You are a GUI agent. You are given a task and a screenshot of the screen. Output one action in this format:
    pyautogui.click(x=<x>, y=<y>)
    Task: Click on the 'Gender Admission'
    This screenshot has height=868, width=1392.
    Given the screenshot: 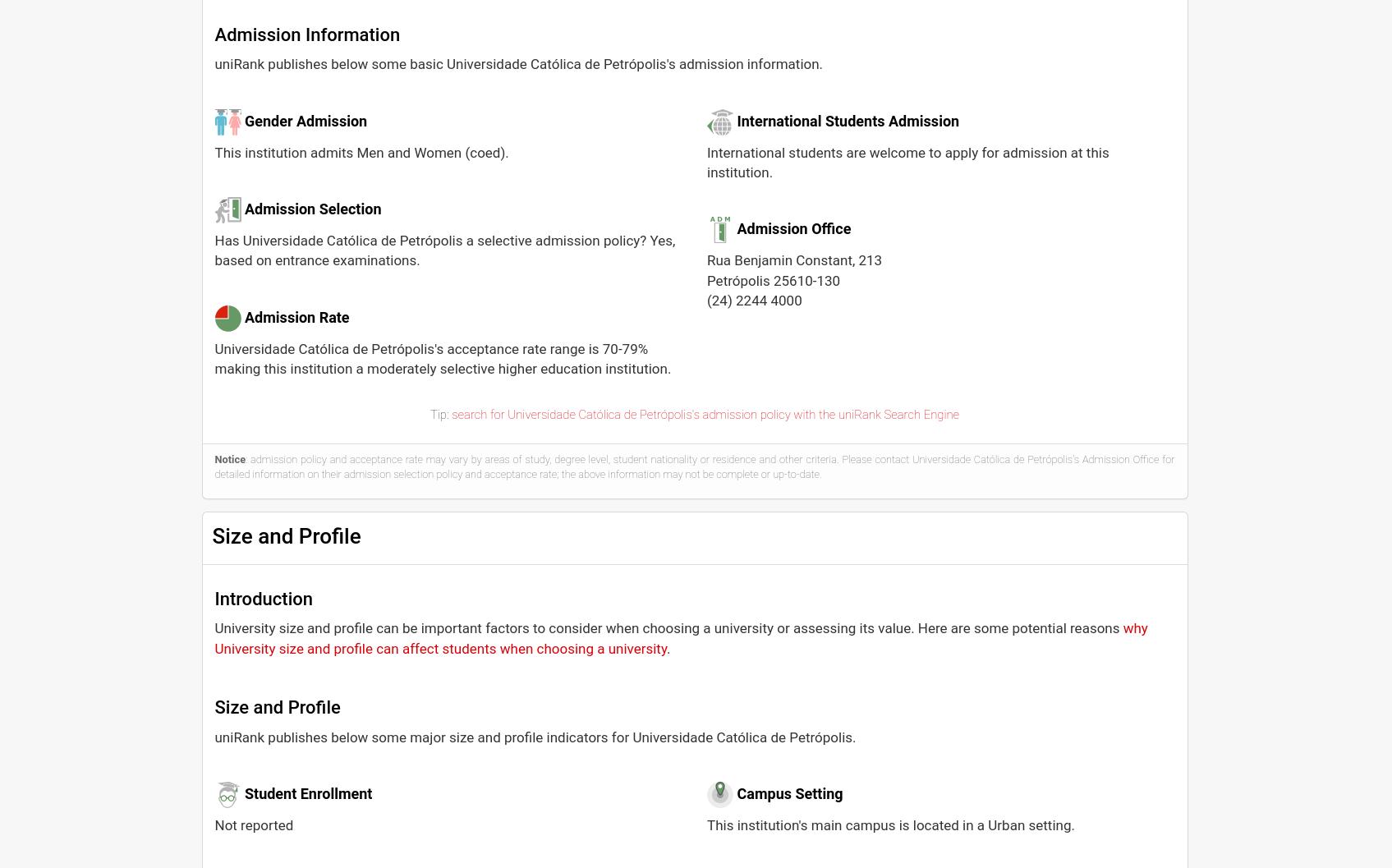 What is the action you would take?
    pyautogui.click(x=243, y=119)
    